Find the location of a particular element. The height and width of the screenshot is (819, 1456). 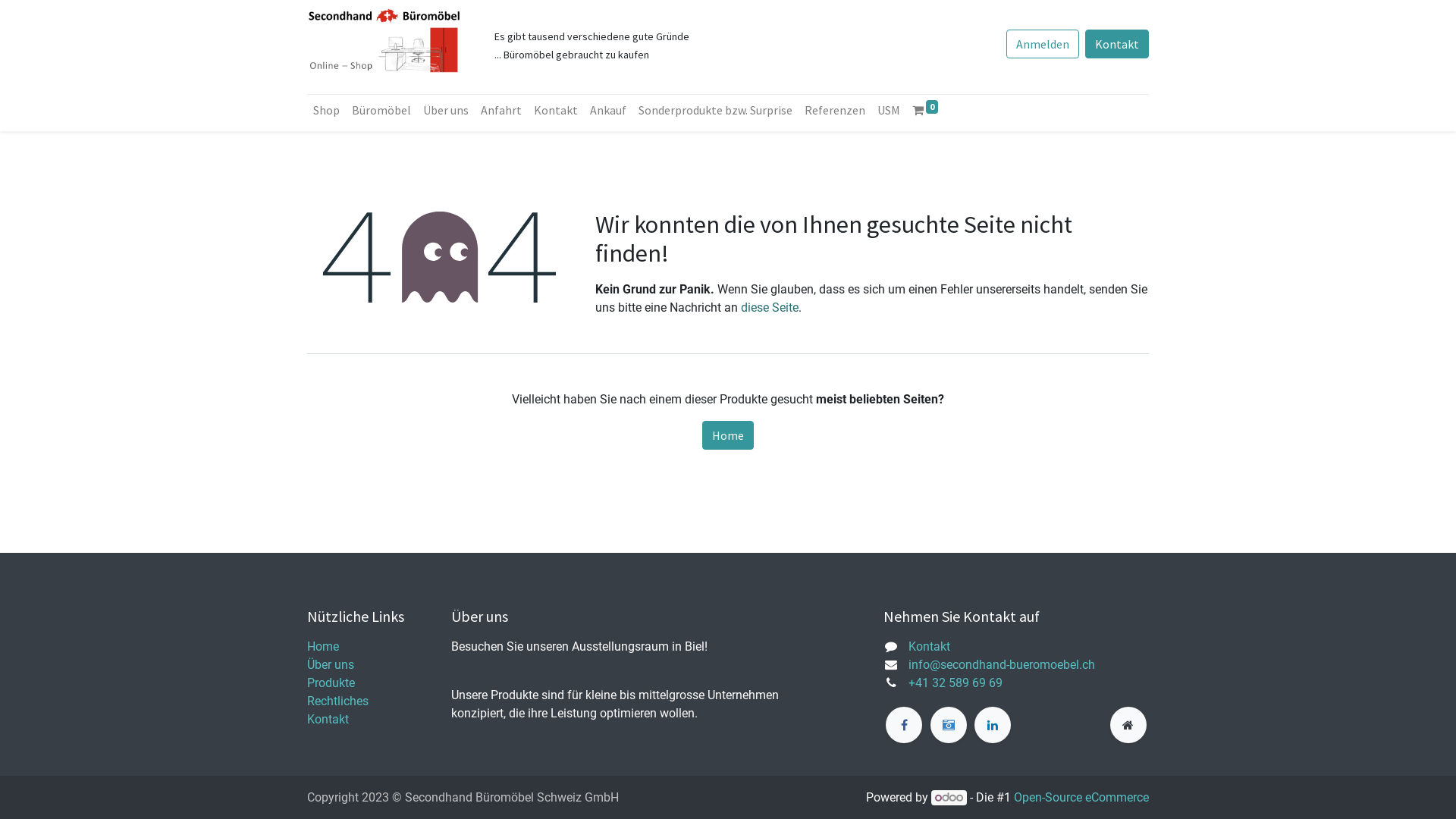

'Rechtliches' is located at coordinates (337, 701).